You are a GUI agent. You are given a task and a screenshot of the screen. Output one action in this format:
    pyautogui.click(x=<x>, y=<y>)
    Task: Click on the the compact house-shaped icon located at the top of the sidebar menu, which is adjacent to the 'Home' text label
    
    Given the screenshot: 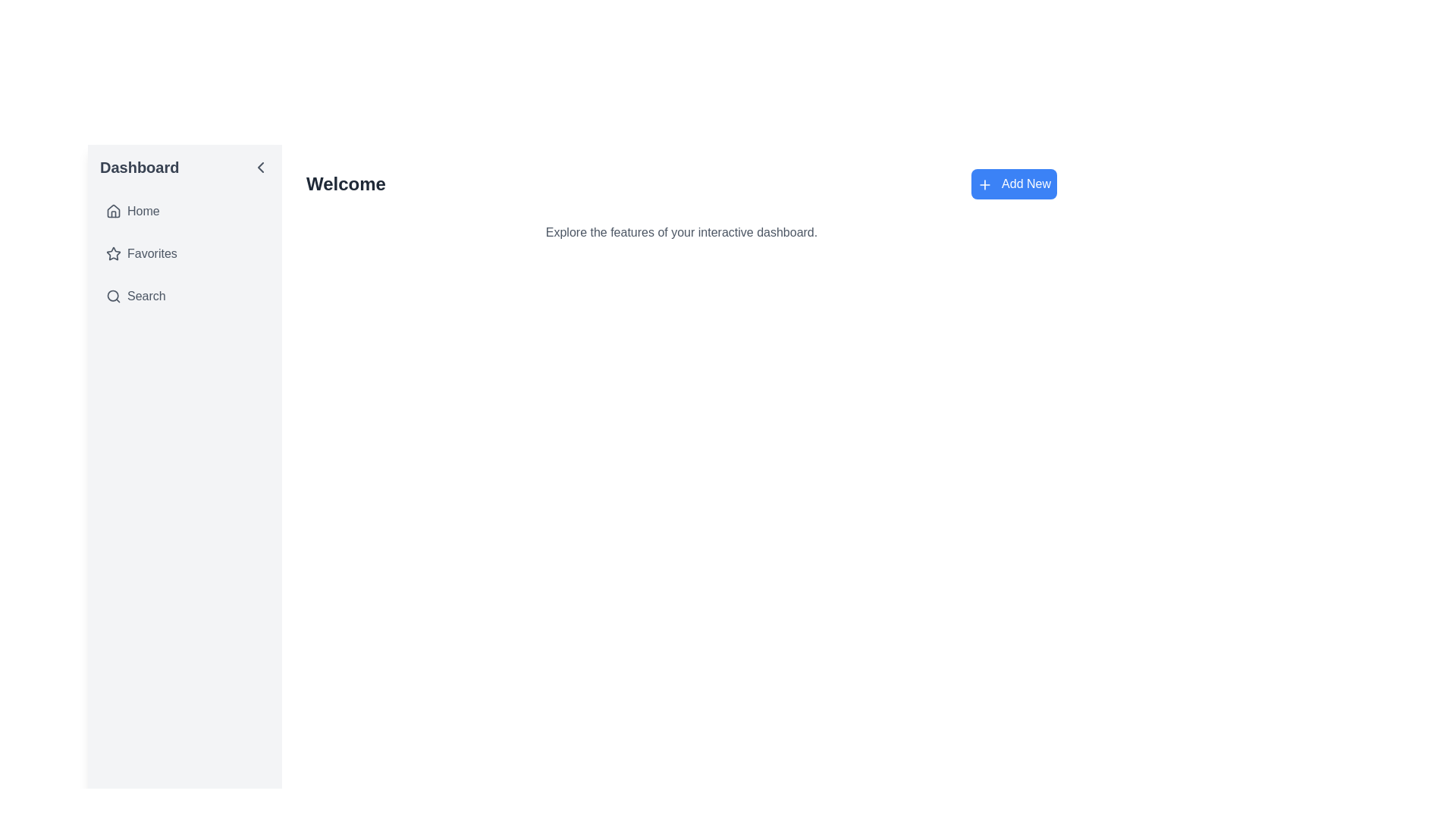 What is the action you would take?
    pyautogui.click(x=112, y=211)
    